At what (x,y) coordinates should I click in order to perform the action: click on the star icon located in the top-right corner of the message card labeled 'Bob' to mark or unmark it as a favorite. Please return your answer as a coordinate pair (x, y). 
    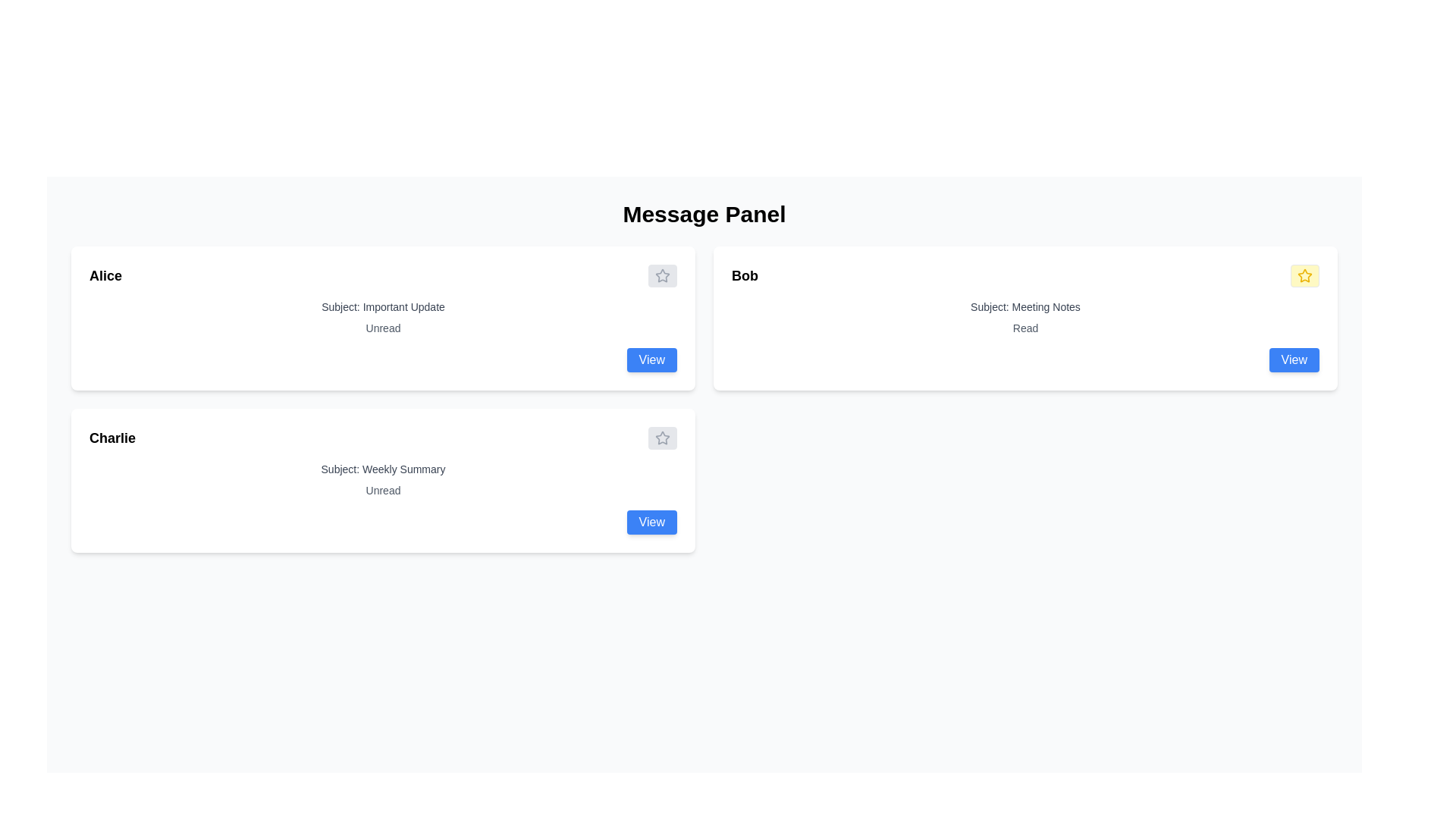
    Looking at the image, I should click on (1303, 275).